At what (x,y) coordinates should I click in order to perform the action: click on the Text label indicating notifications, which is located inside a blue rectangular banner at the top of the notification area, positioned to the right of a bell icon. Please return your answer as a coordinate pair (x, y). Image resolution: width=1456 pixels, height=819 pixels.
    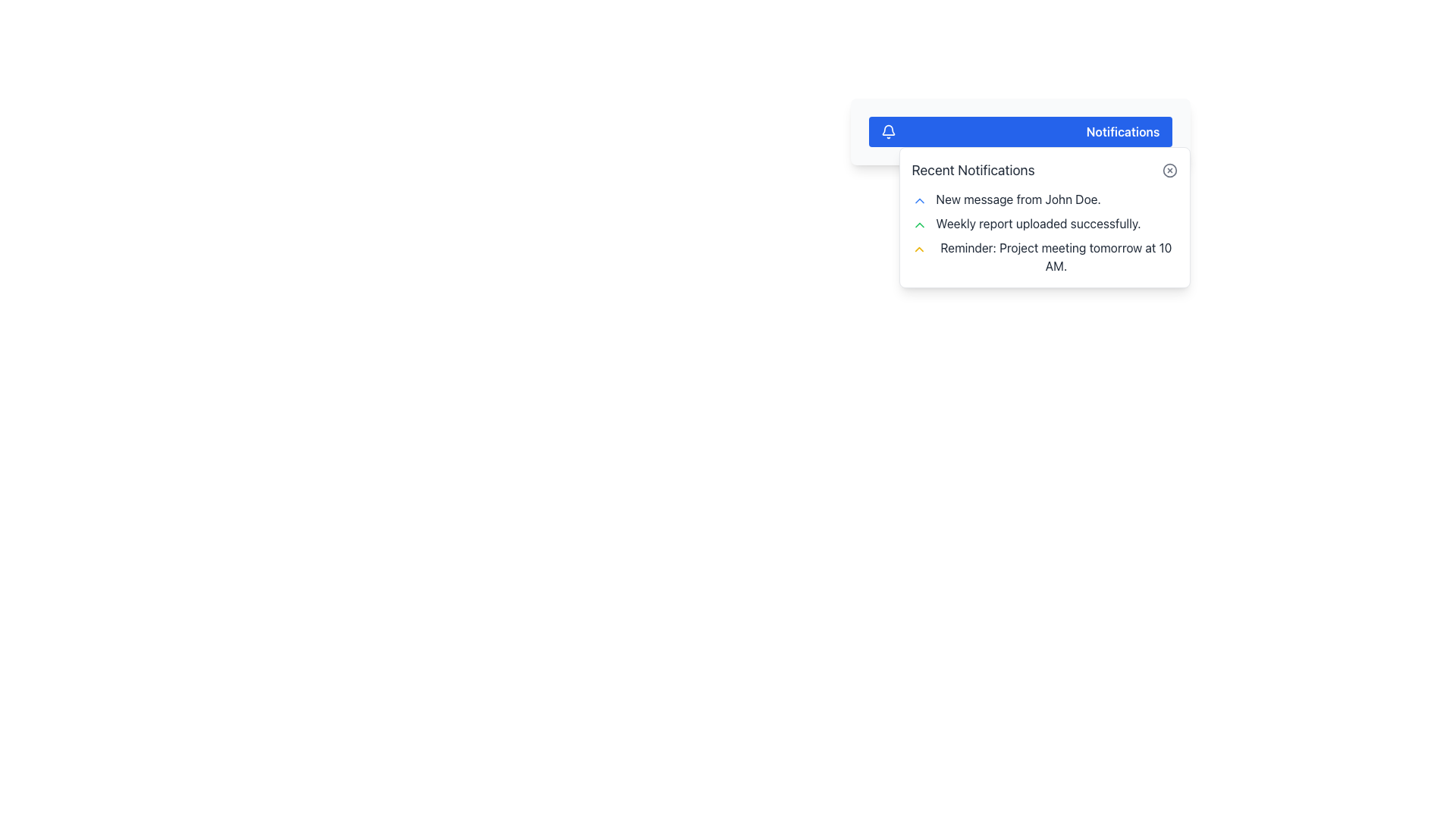
    Looking at the image, I should click on (1123, 130).